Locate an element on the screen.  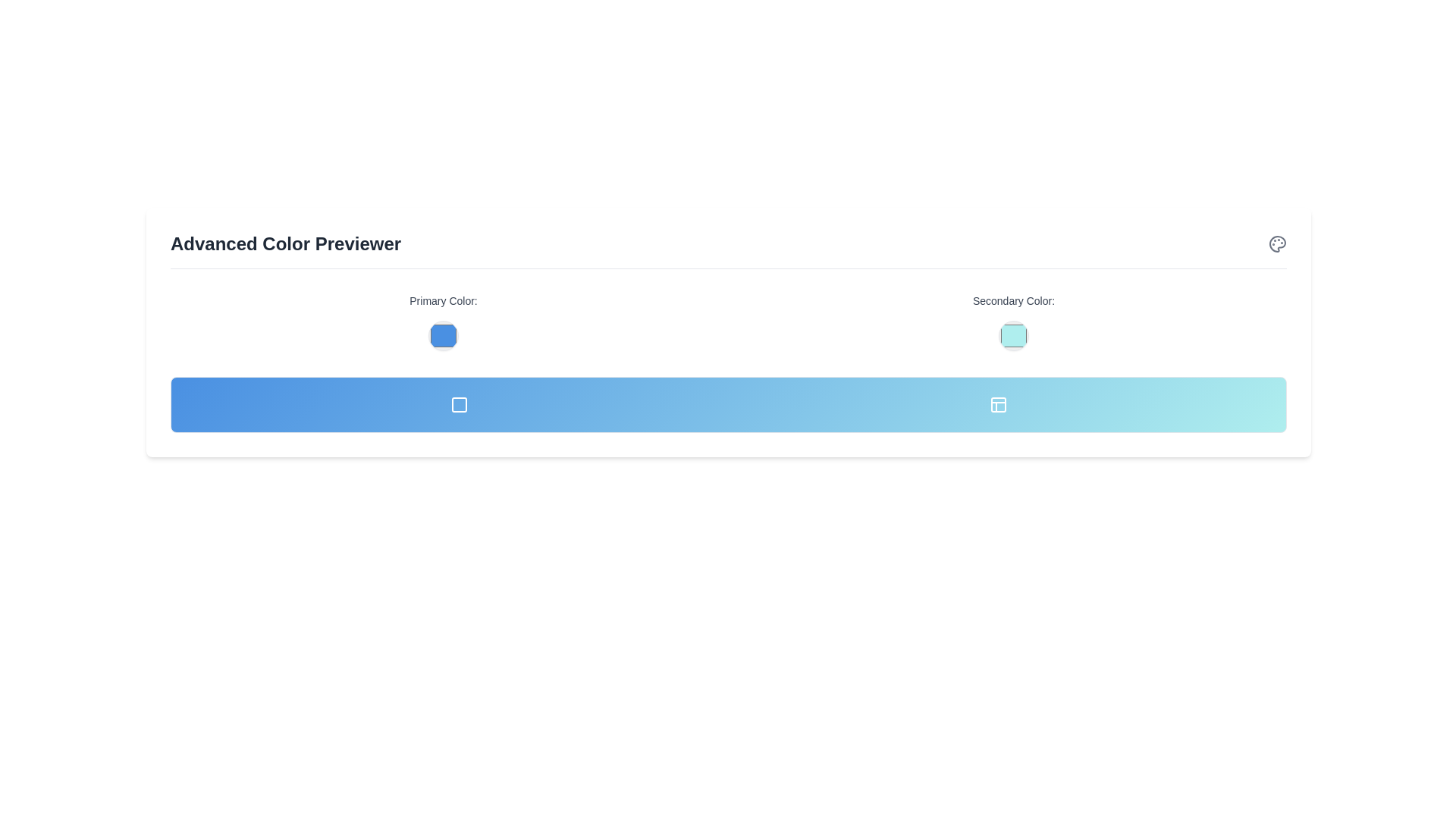
the second icon from the right in the bottom horizontal arrangement of icons is located at coordinates (998, 403).